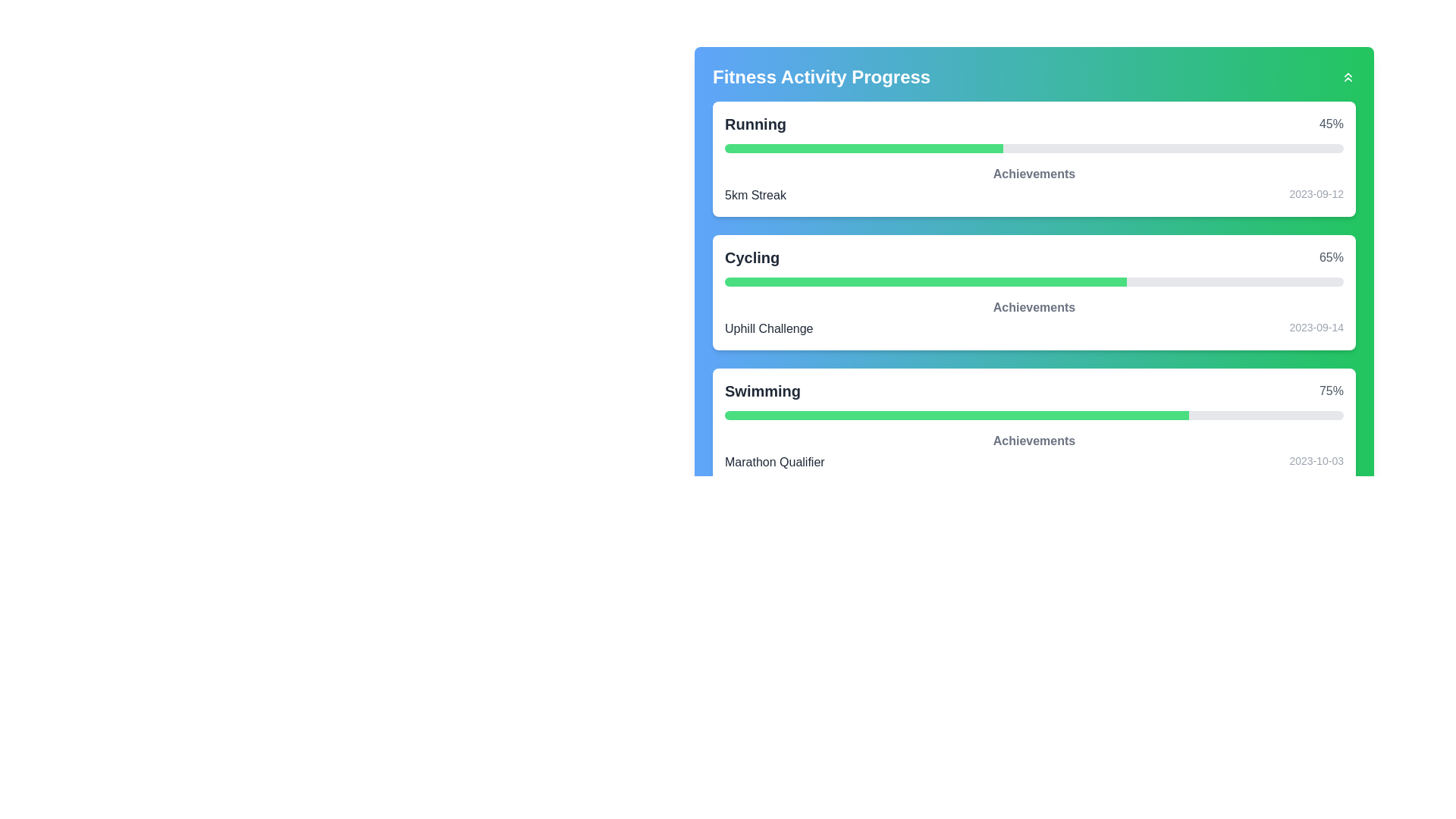 This screenshot has width=1456, height=819. Describe the element at coordinates (1316, 328) in the screenshot. I see `the date text label indicating the completion date of the 'Cycling' activity, located in the bottom-right area of the card under the 'Cycling' section, just below the 'Achievements' label` at that location.